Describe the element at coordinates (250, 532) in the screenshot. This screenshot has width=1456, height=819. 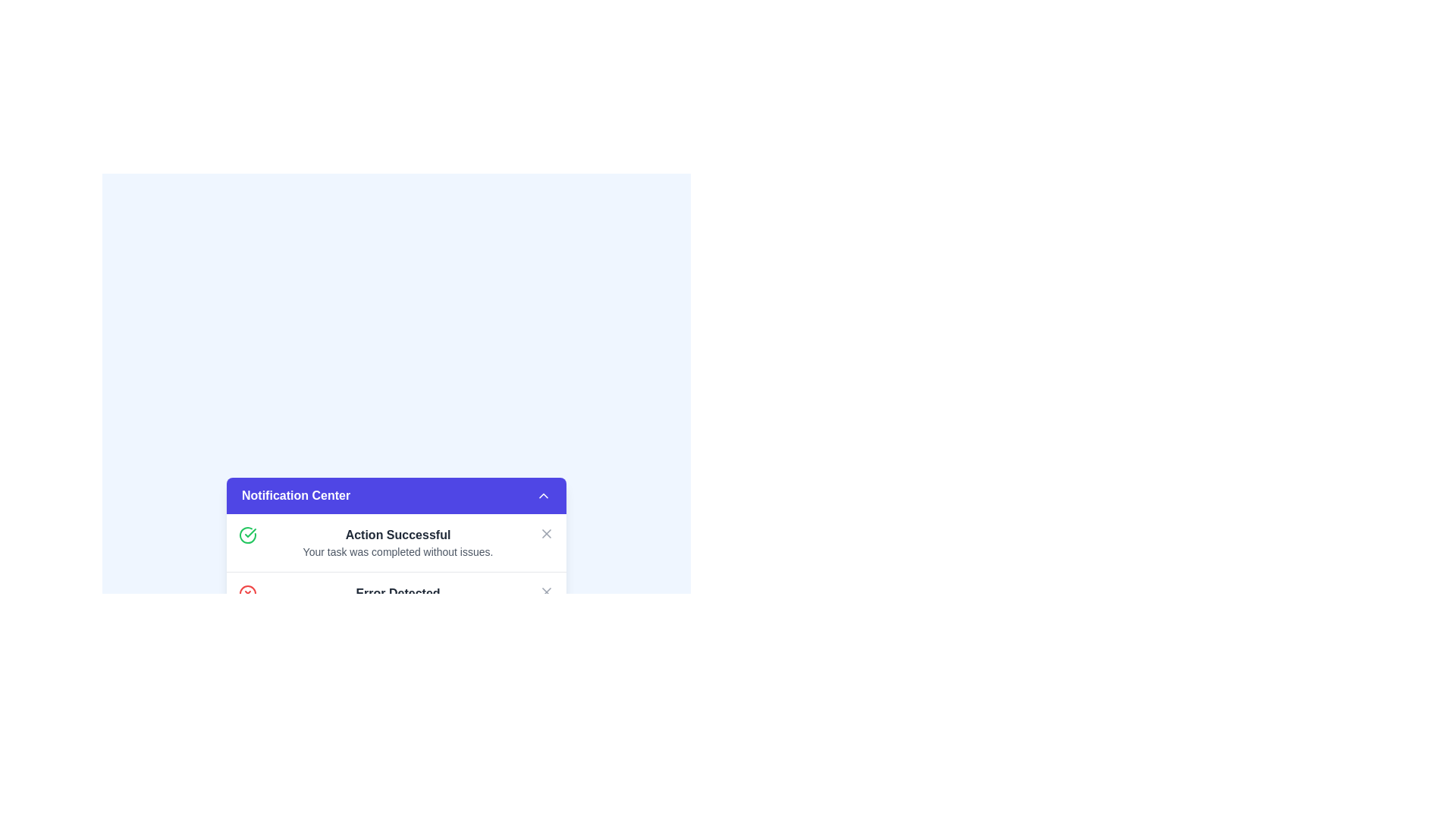
I see `the checkmark icon that signifies successful completion of a task, located to the left of the 'Action Successful' text in the notification center` at that location.